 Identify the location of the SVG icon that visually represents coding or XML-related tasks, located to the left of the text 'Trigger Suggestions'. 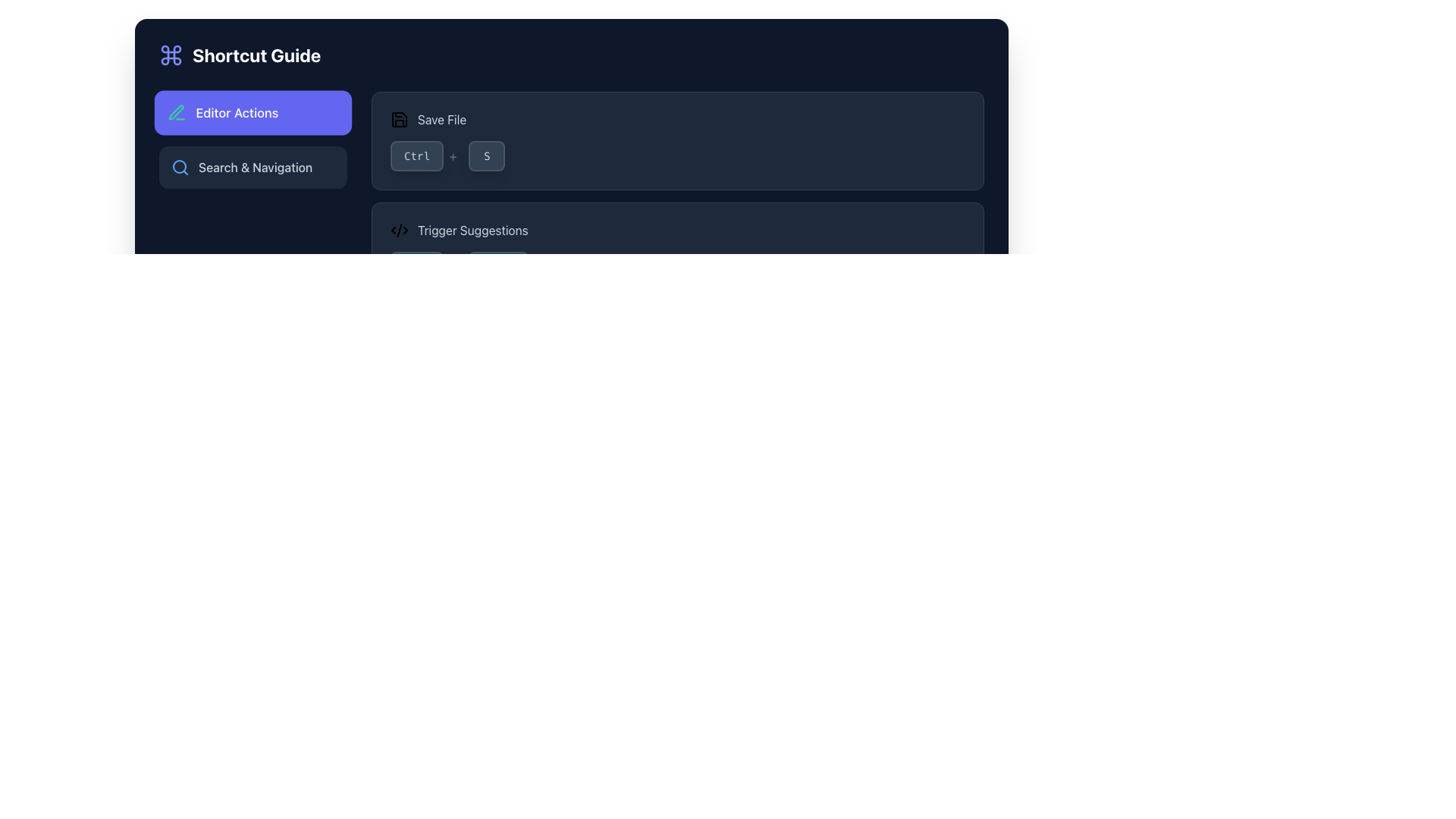
(400, 231).